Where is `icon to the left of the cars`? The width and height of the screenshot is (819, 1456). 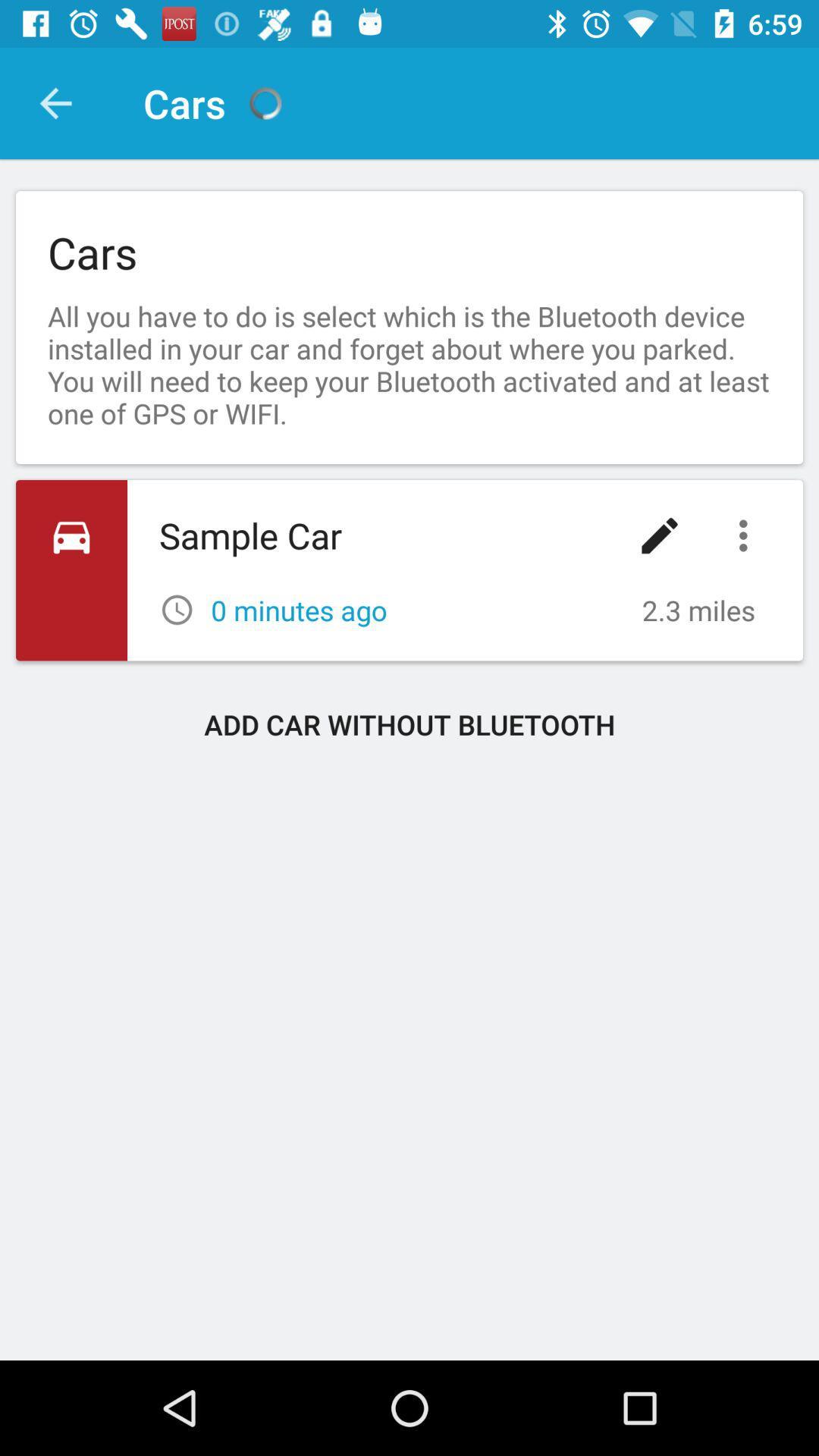
icon to the left of the cars is located at coordinates (55, 102).